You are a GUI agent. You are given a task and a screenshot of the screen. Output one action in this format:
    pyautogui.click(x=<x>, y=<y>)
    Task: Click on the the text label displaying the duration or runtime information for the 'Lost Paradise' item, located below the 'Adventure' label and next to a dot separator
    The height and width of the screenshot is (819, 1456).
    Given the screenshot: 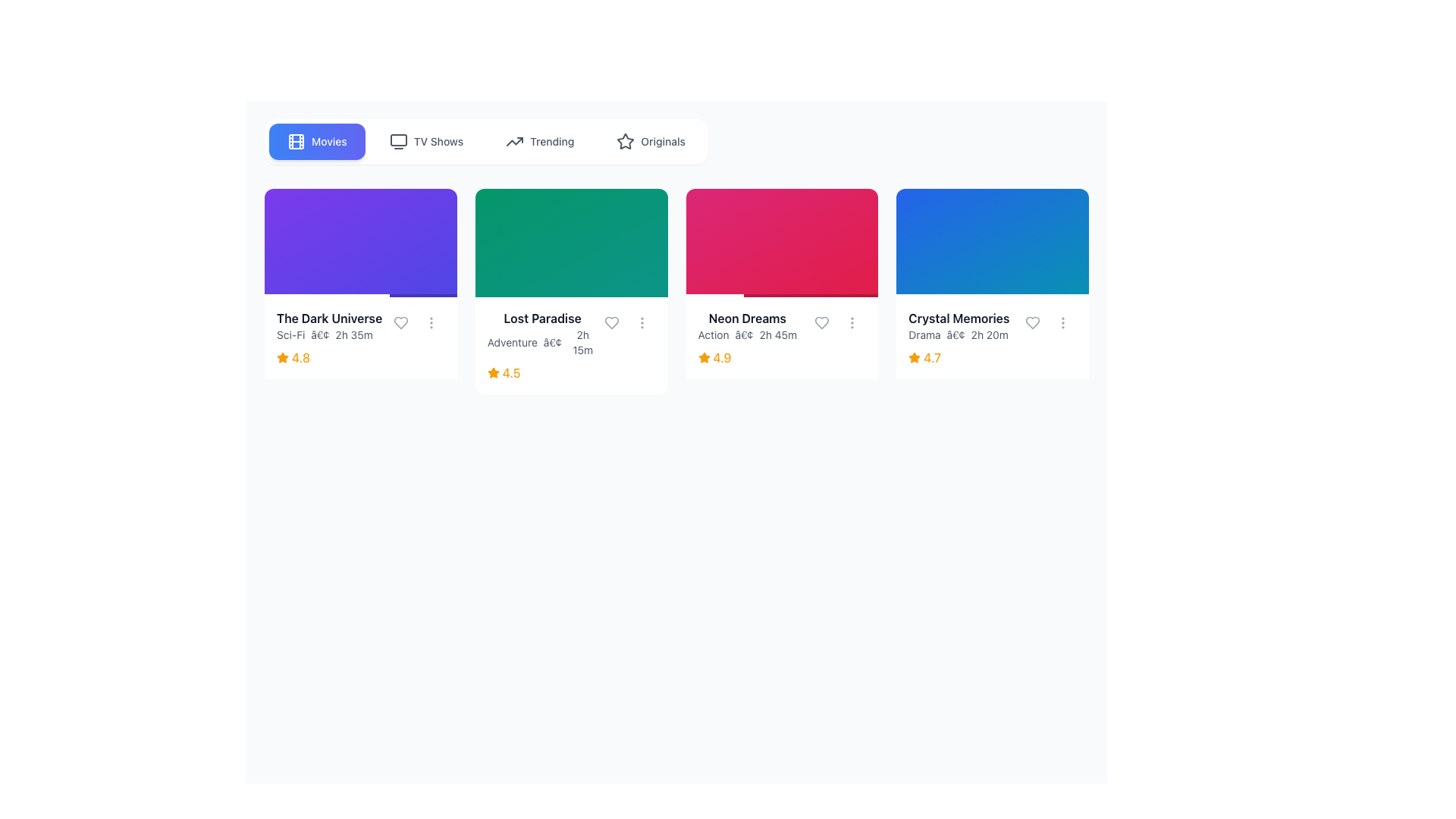 What is the action you would take?
    pyautogui.click(x=582, y=342)
    